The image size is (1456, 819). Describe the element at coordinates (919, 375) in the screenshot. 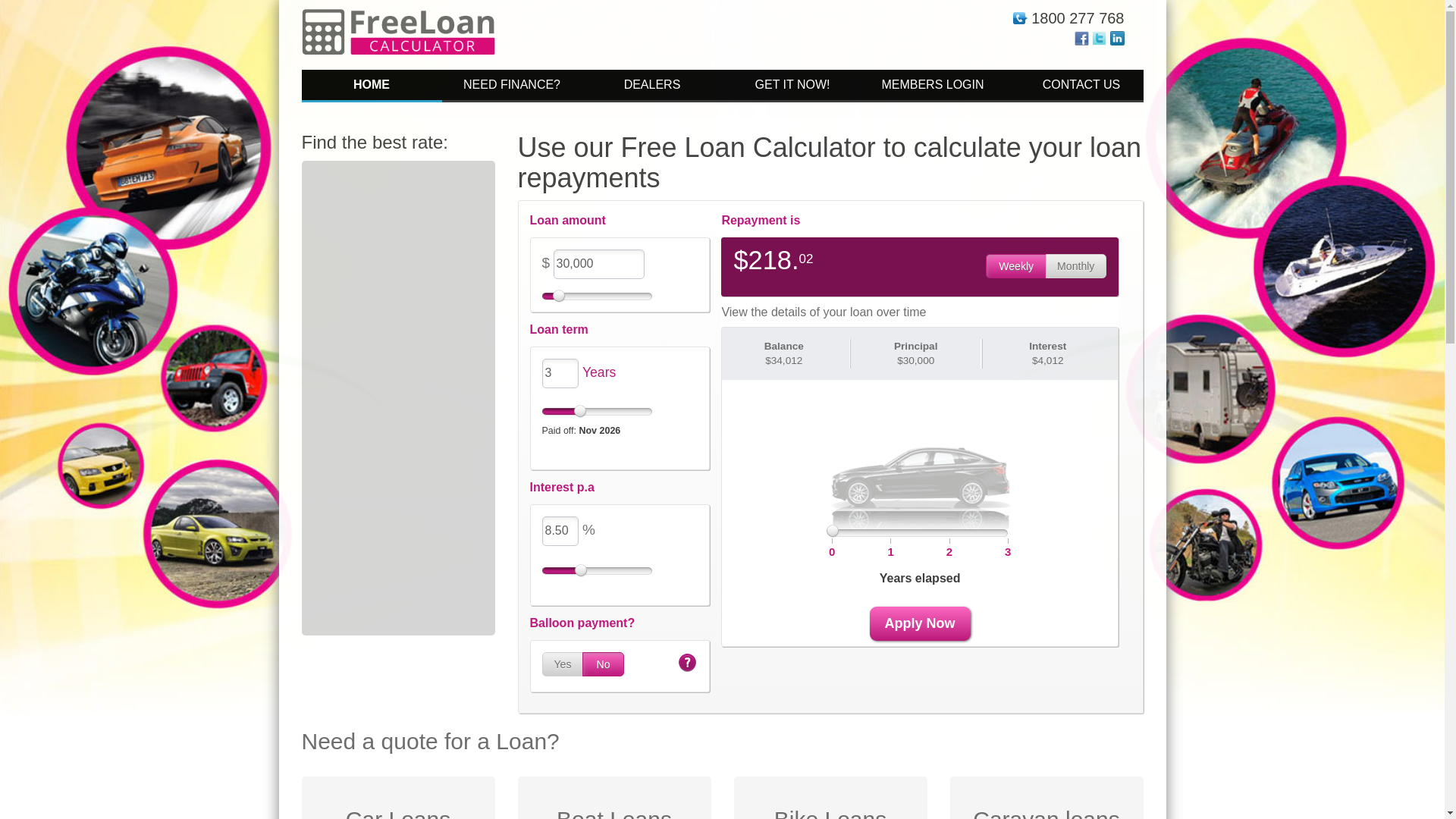

I see `'Submit'` at that location.